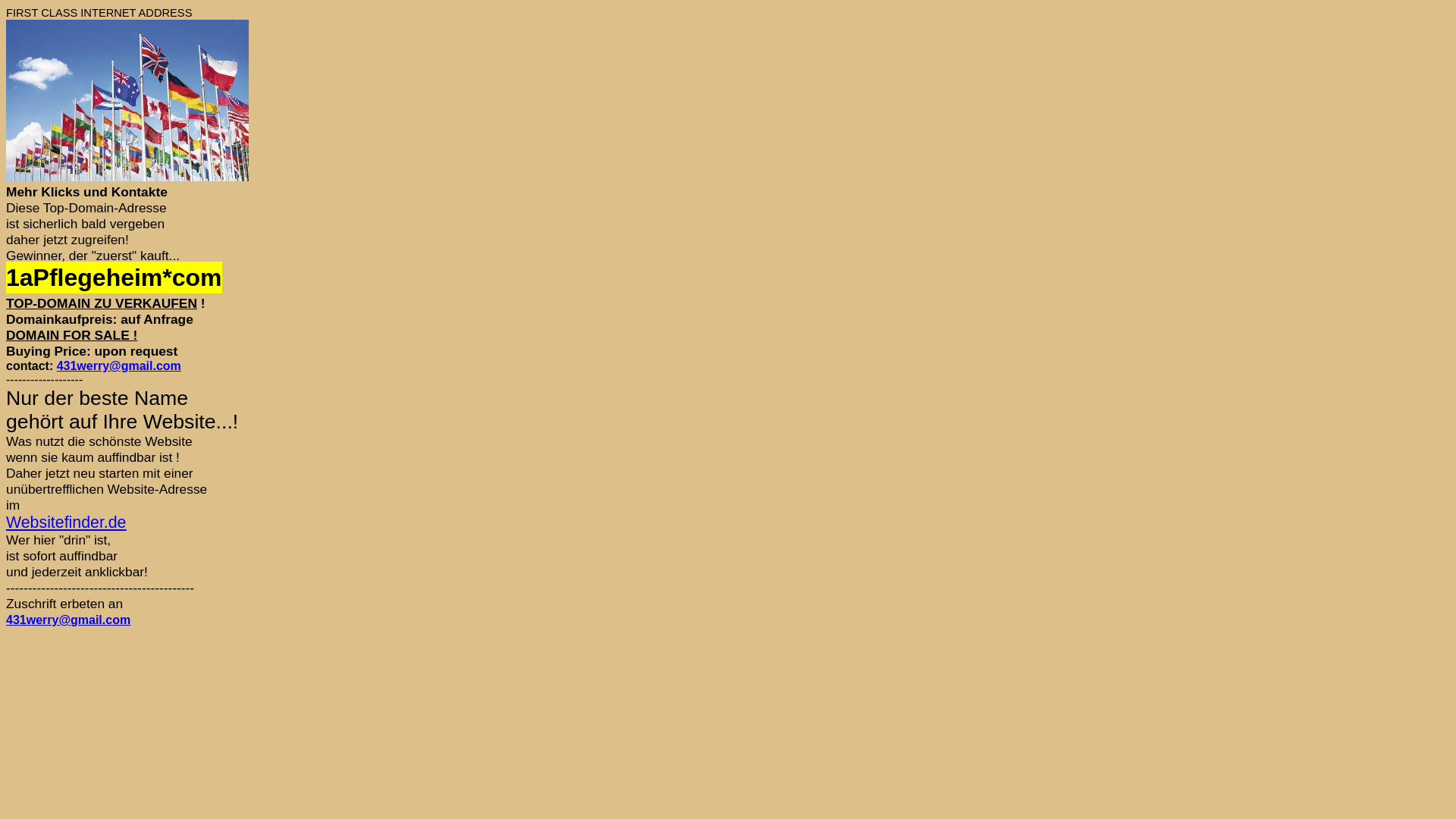 This screenshot has height=819, width=1456. Describe the element at coordinates (64, 522) in the screenshot. I see `'Websitefinder.de'` at that location.